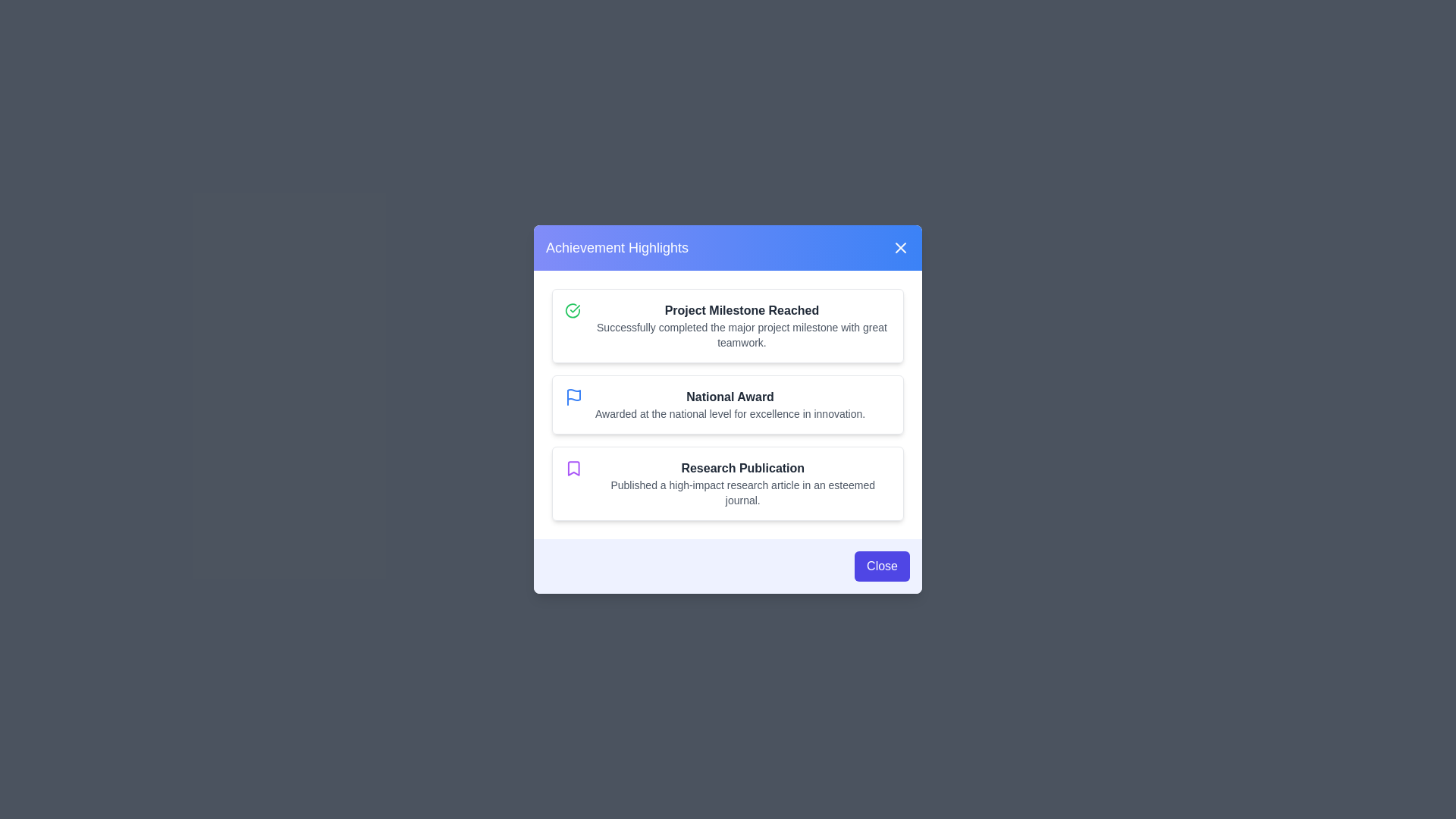 The image size is (1456, 819). What do you see at coordinates (728, 325) in the screenshot?
I see `text from the first Informational card under the heading 'Achievement Highlights' in the blue modal window` at bounding box center [728, 325].